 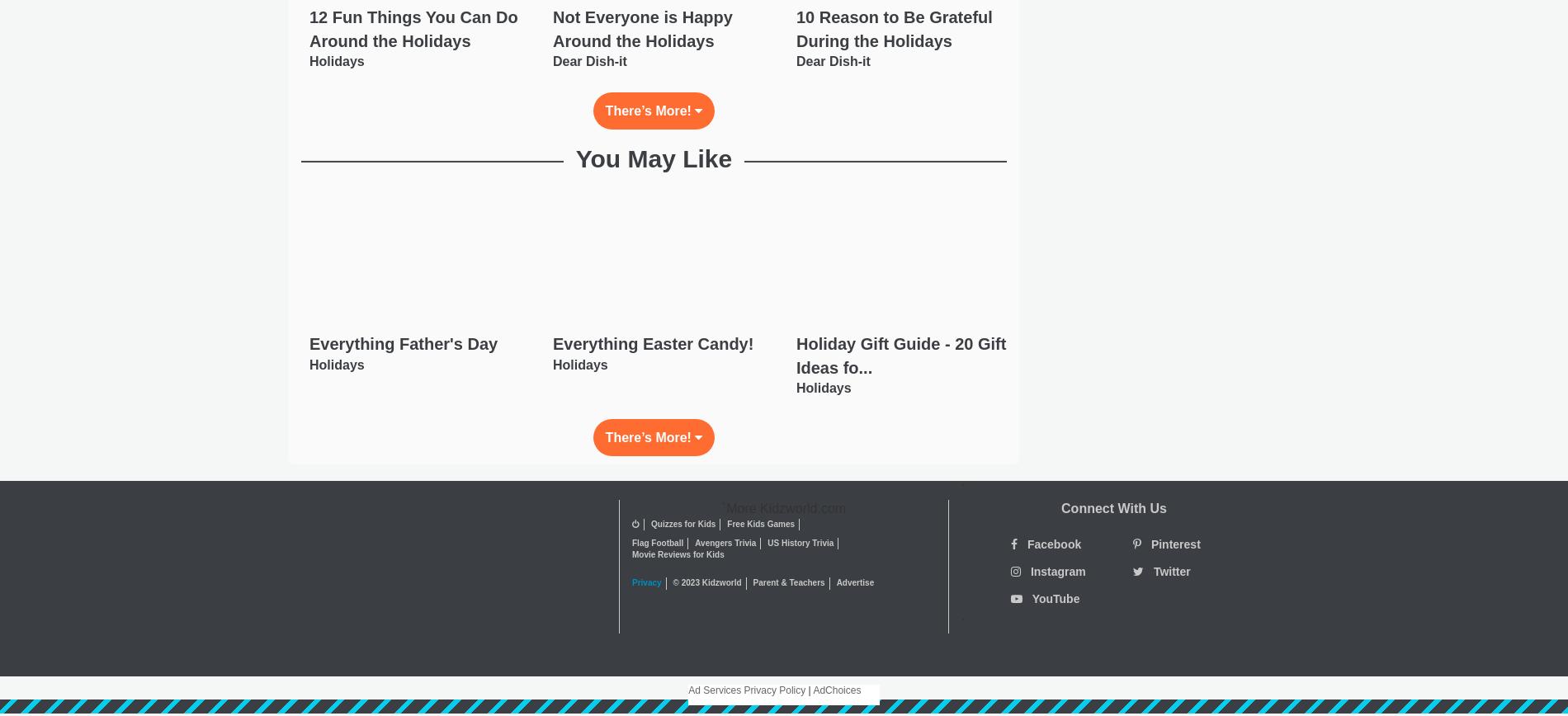 What do you see at coordinates (652, 158) in the screenshot?
I see `'You May Like'` at bounding box center [652, 158].